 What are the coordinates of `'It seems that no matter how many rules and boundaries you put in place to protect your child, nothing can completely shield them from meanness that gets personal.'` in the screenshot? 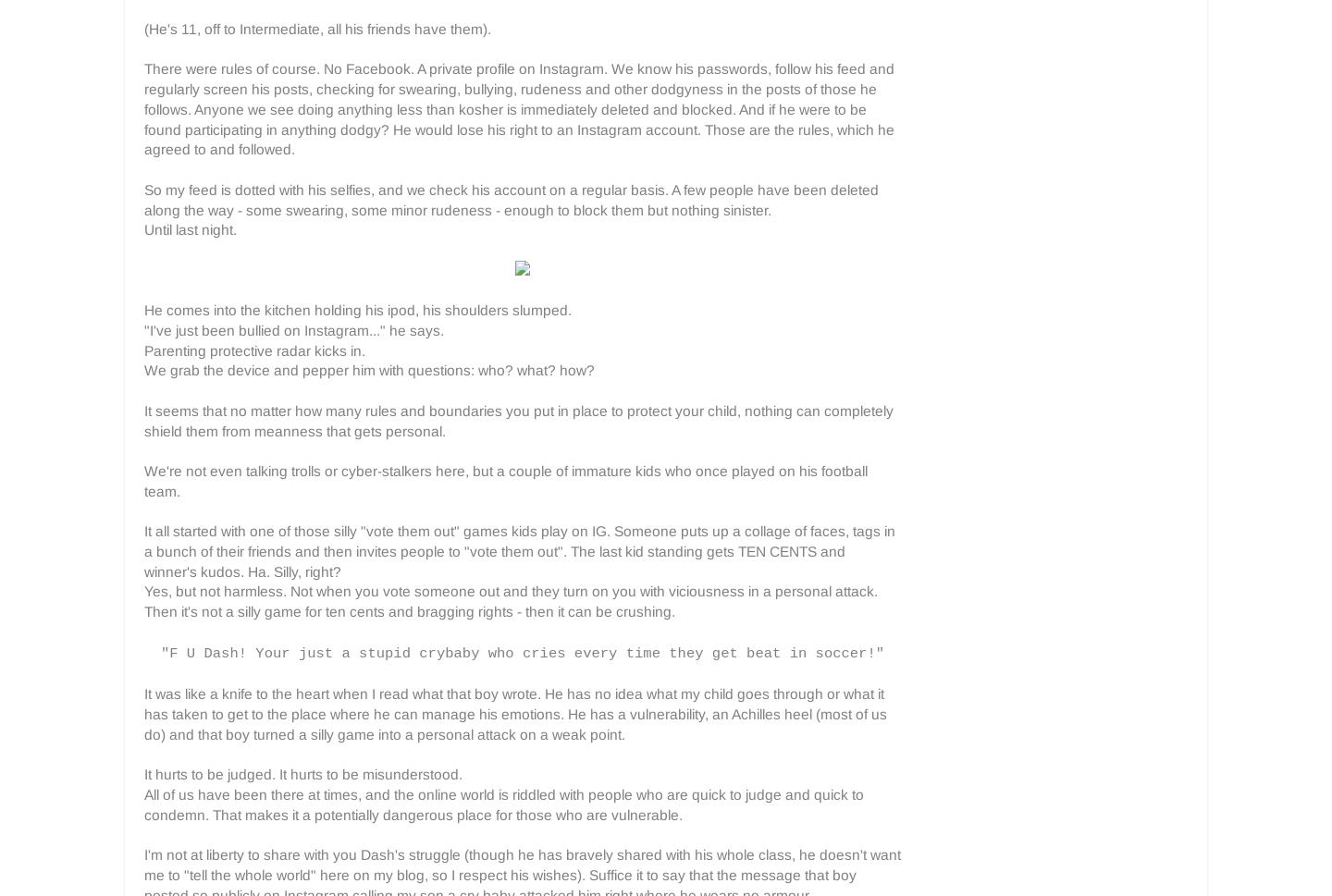 It's located at (142, 420).